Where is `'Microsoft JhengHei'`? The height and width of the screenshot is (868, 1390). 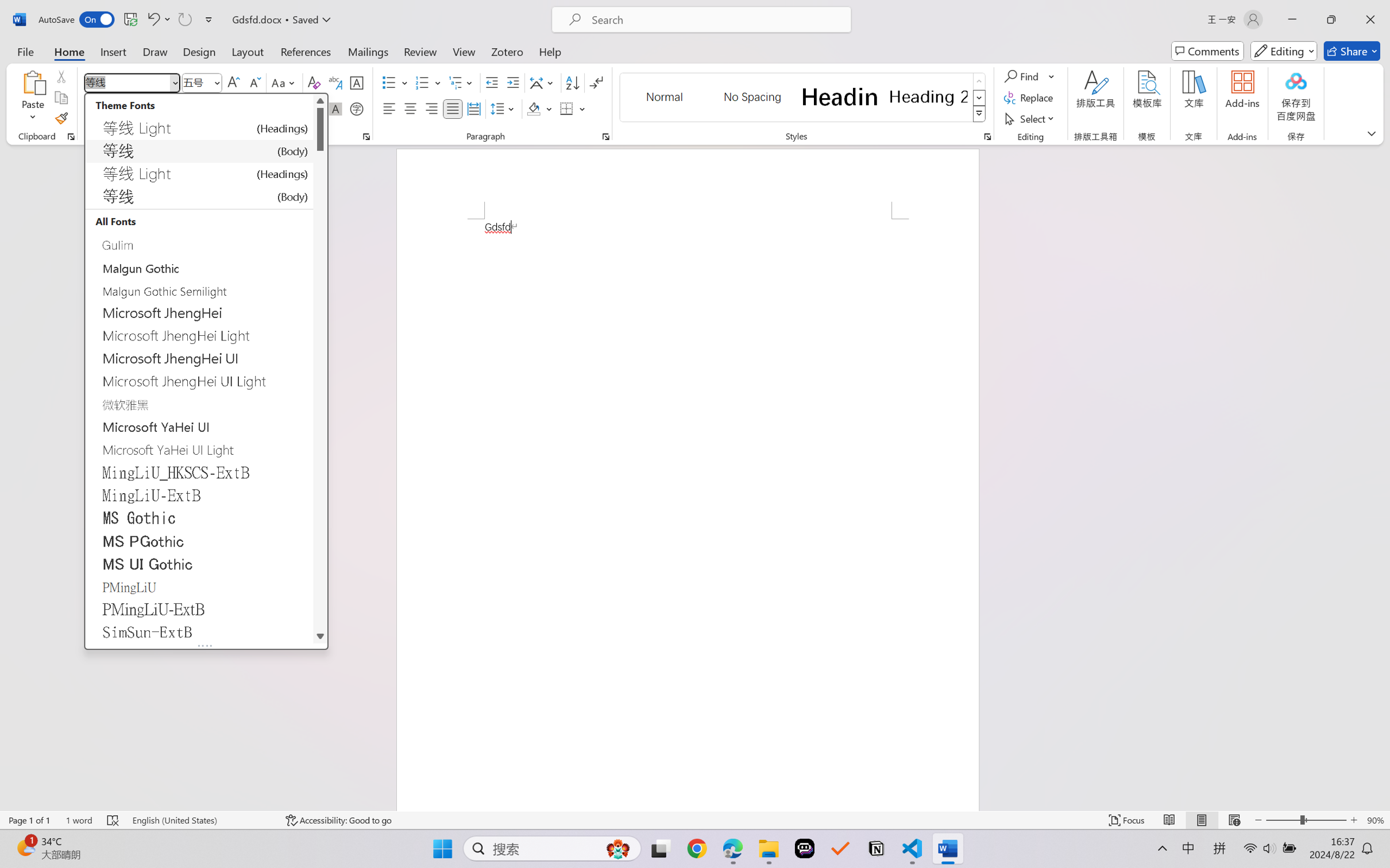 'Microsoft JhengHei' is located at coordinates (199, 312).